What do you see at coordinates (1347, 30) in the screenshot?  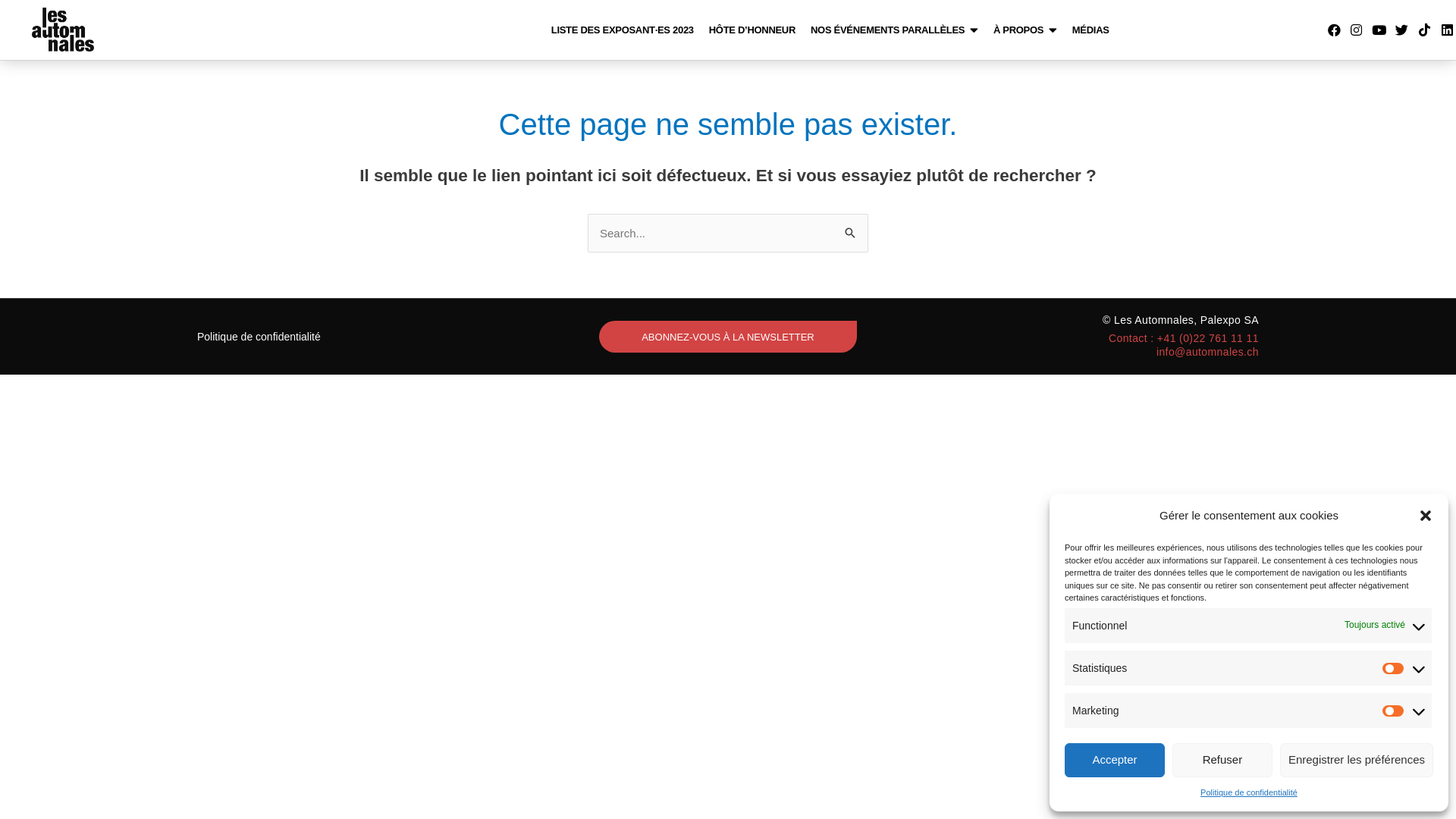 I see `'Instagram'` at bounding box center [1347, 30].